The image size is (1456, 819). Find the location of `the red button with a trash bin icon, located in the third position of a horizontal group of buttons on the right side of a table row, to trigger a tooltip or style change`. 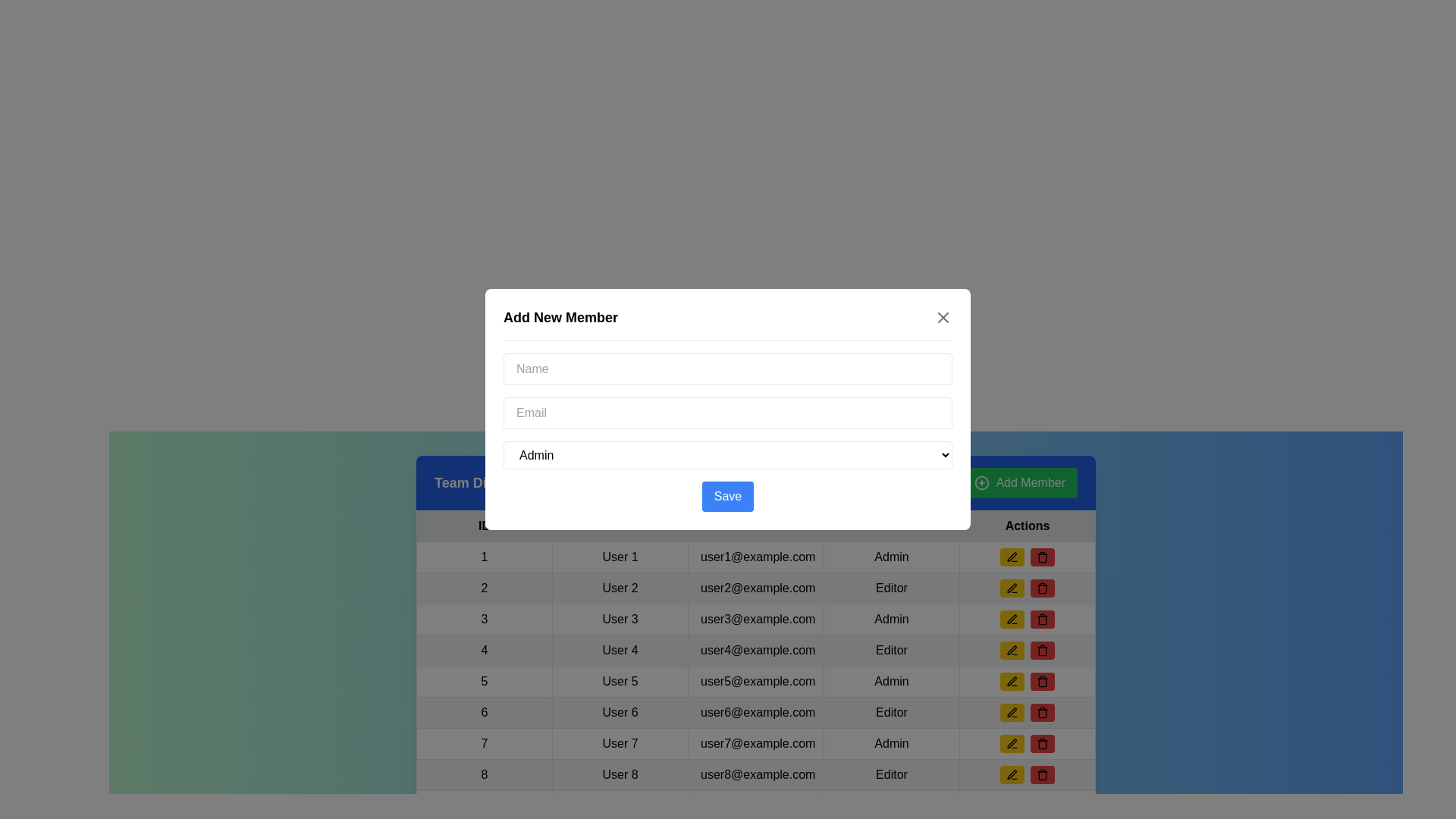

the red button with a trash bin icon, located in the third position of a horizontal group of buttons on the right side of a table row, to trigger a tooltip or style change is located at coordinates (1041, 620).